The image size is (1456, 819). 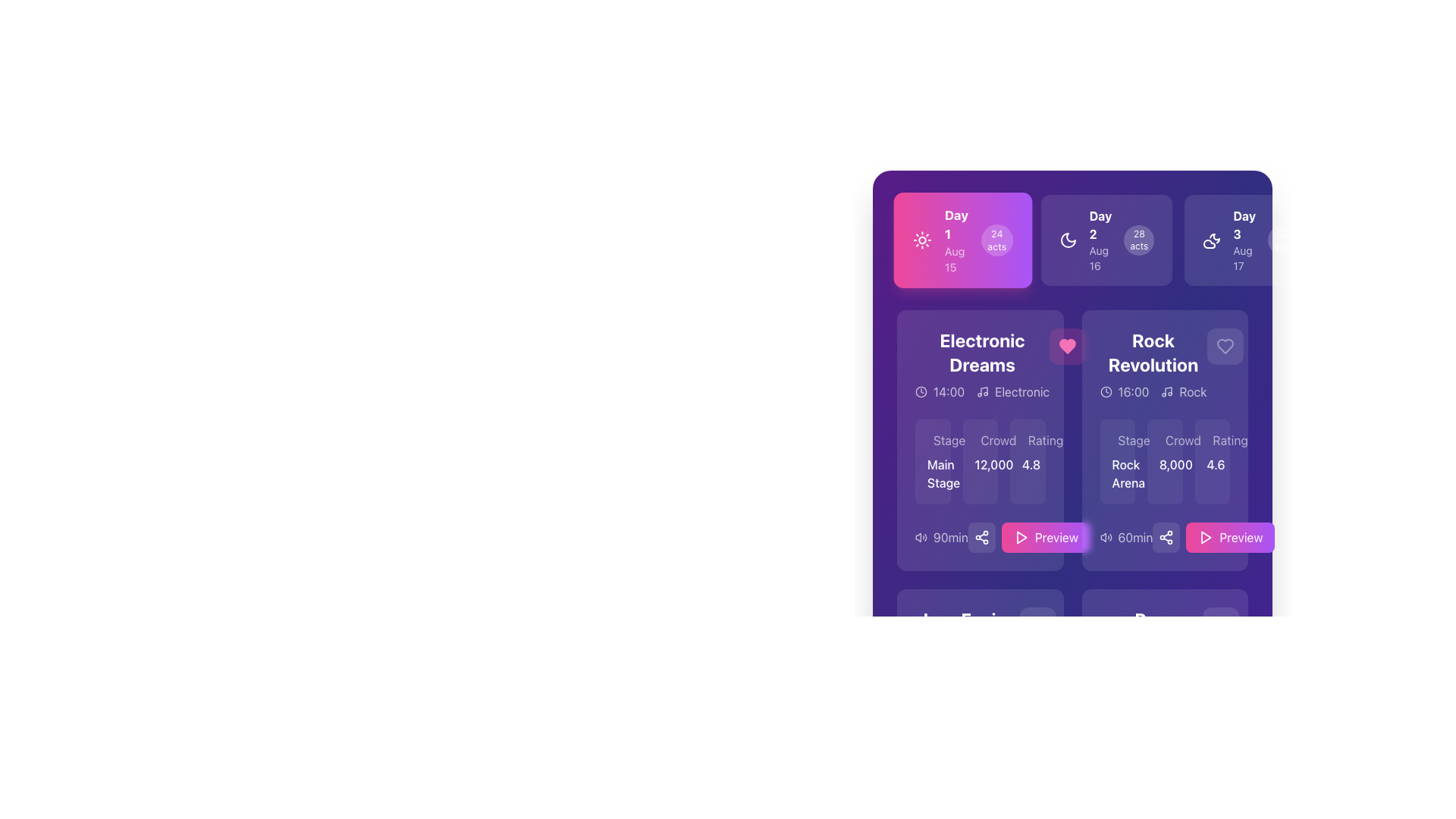 I want to click on vertical bar of the music symbol represented as a Vector shape element within the SVG graphic, so click(x=984, y=391).